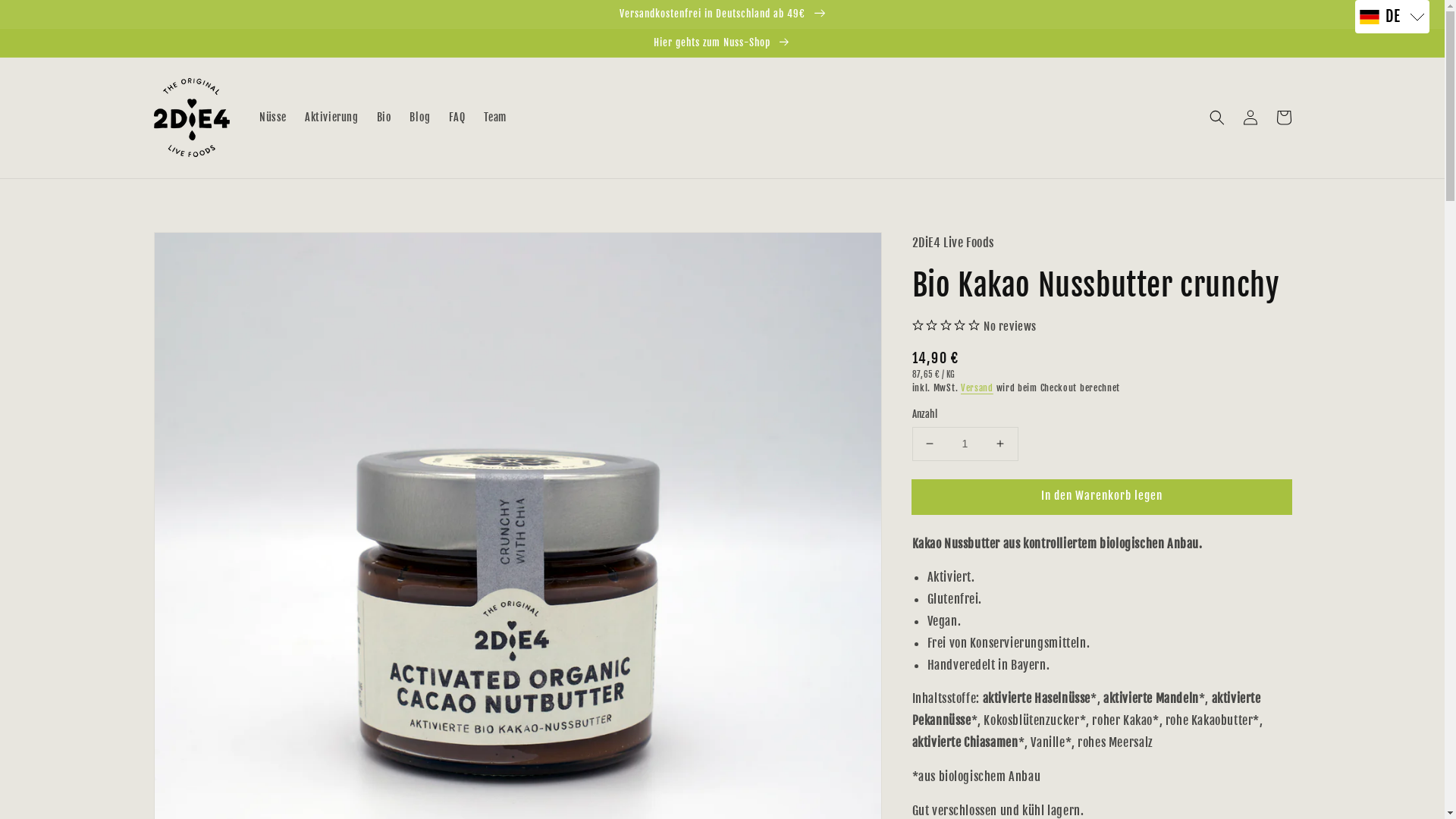 The image size is (1456, 819). What do you see at coordinates (1233, 116) in the screenshot?
I see `'Einloggen'` at bounding box center [1233, 116].